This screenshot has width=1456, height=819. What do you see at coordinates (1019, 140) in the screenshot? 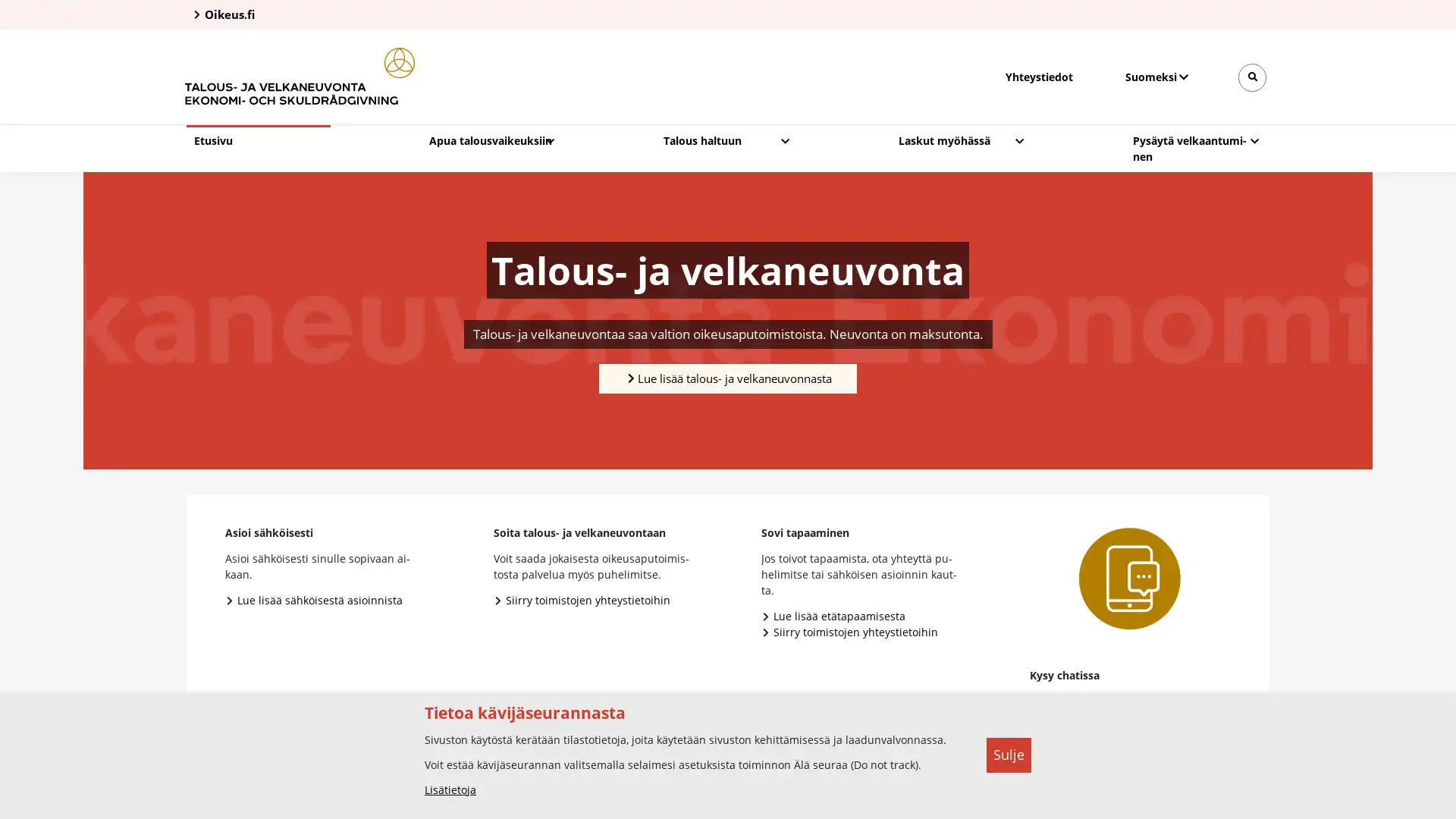
I see `Avaa pudotusvalikko` at bounding box center [1019, 140].